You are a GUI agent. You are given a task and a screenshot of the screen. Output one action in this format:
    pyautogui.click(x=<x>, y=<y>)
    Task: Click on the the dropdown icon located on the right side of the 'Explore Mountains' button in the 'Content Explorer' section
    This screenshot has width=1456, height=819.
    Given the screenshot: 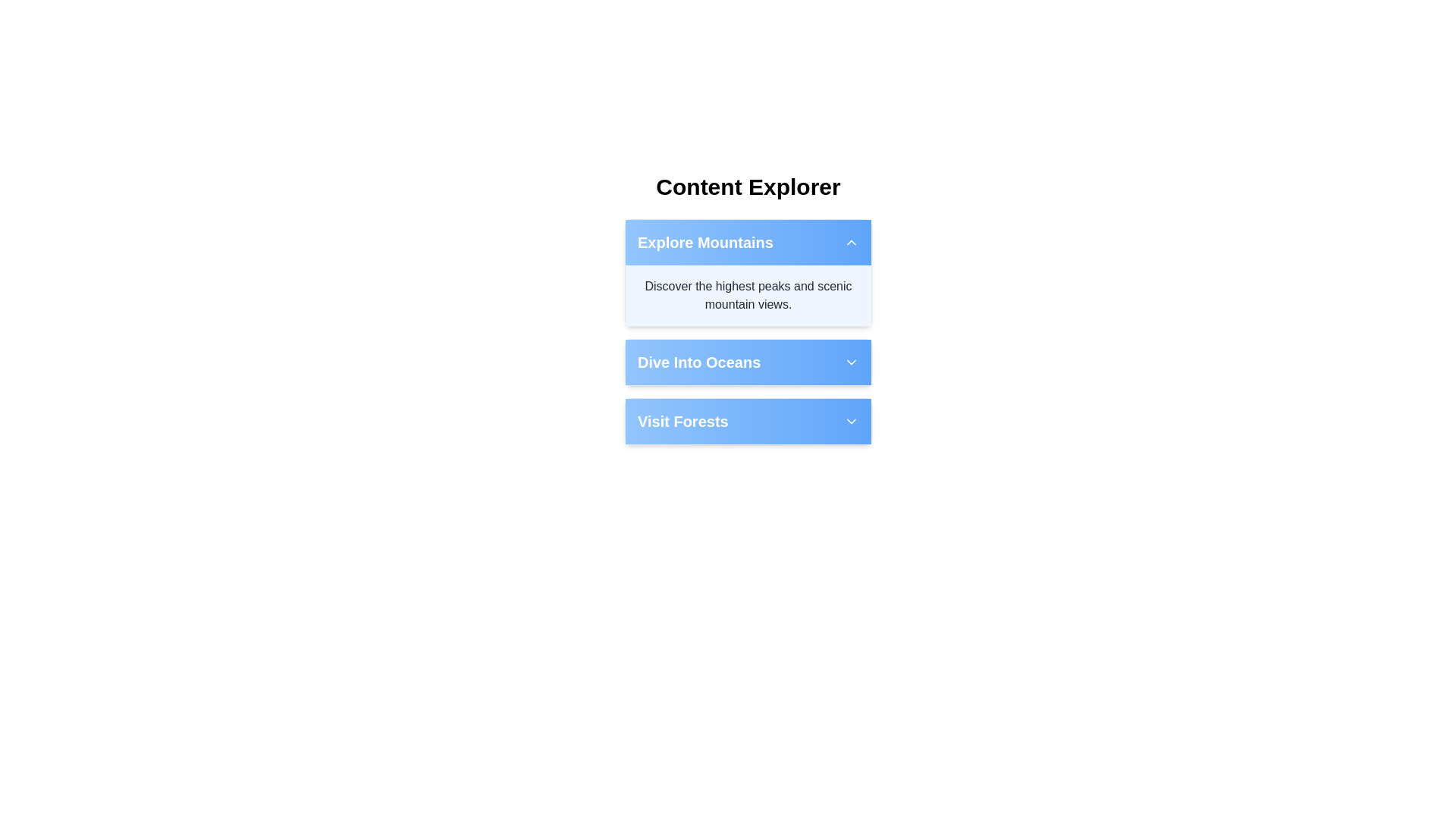 What is the action you would take?
    pyautogui.click(x=852, y=242)
    